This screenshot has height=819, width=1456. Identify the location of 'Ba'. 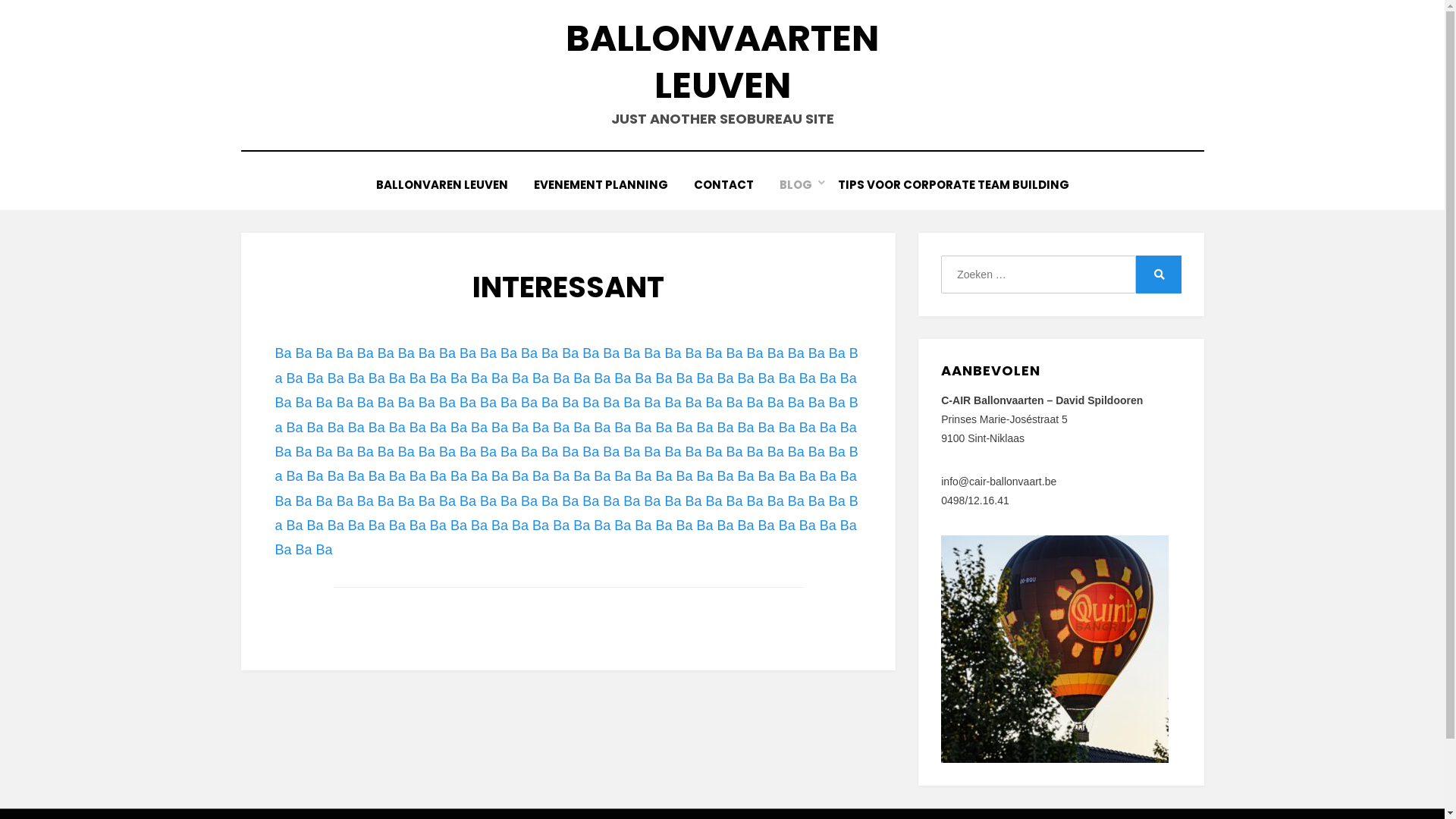
(683, 475).